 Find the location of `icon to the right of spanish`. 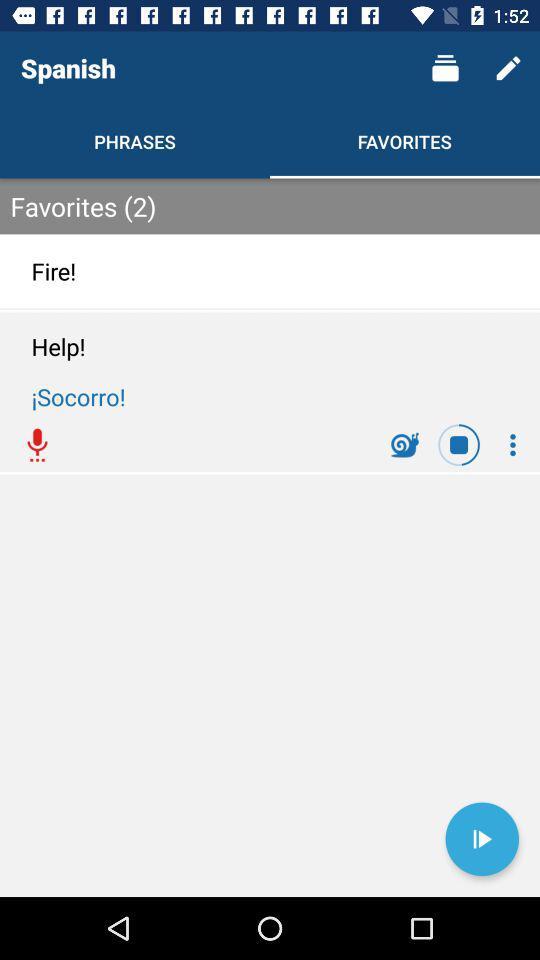

icon to the right of spanish is located at coordinates (445, 68).